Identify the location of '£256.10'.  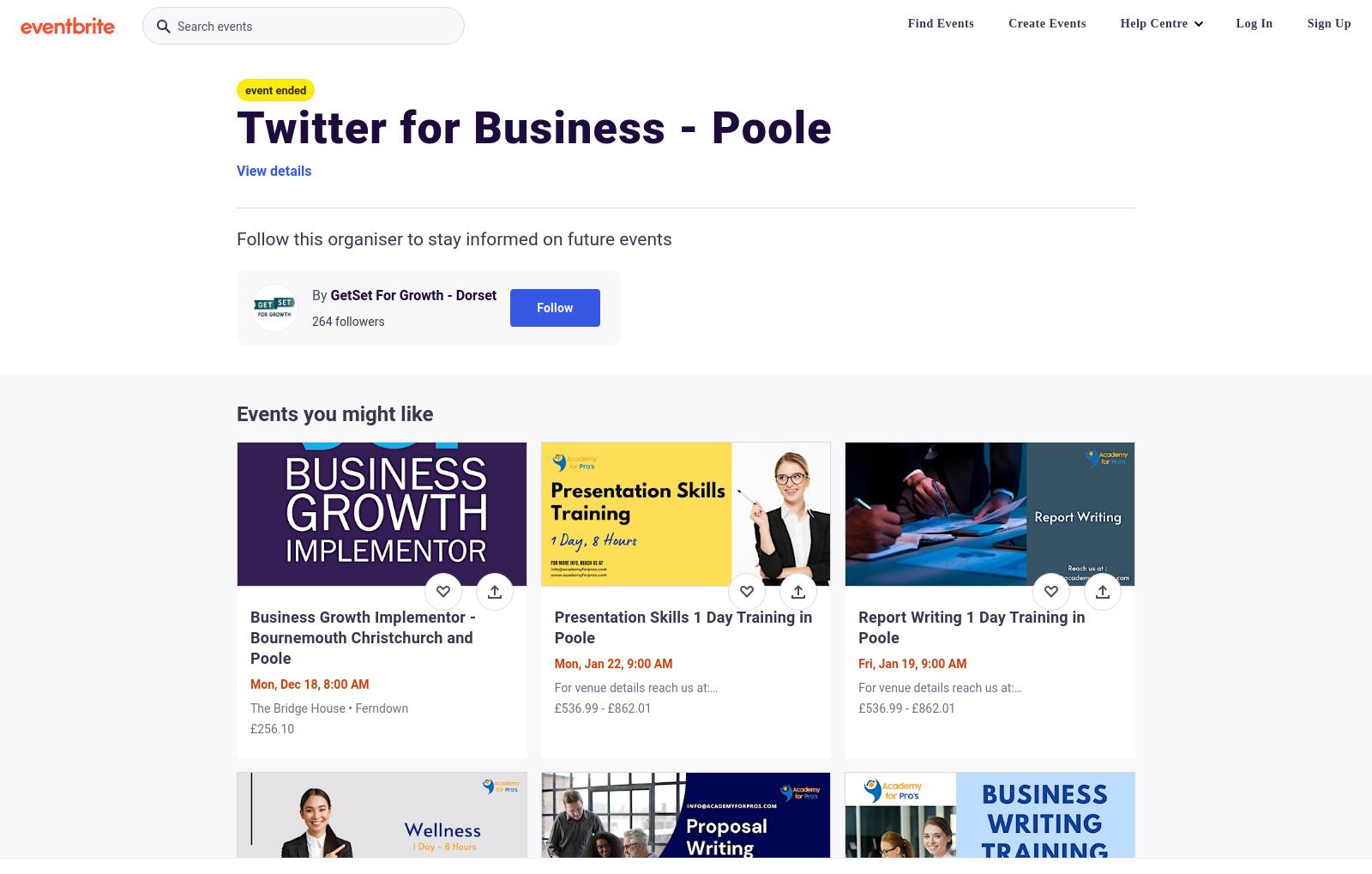
(250, 728).